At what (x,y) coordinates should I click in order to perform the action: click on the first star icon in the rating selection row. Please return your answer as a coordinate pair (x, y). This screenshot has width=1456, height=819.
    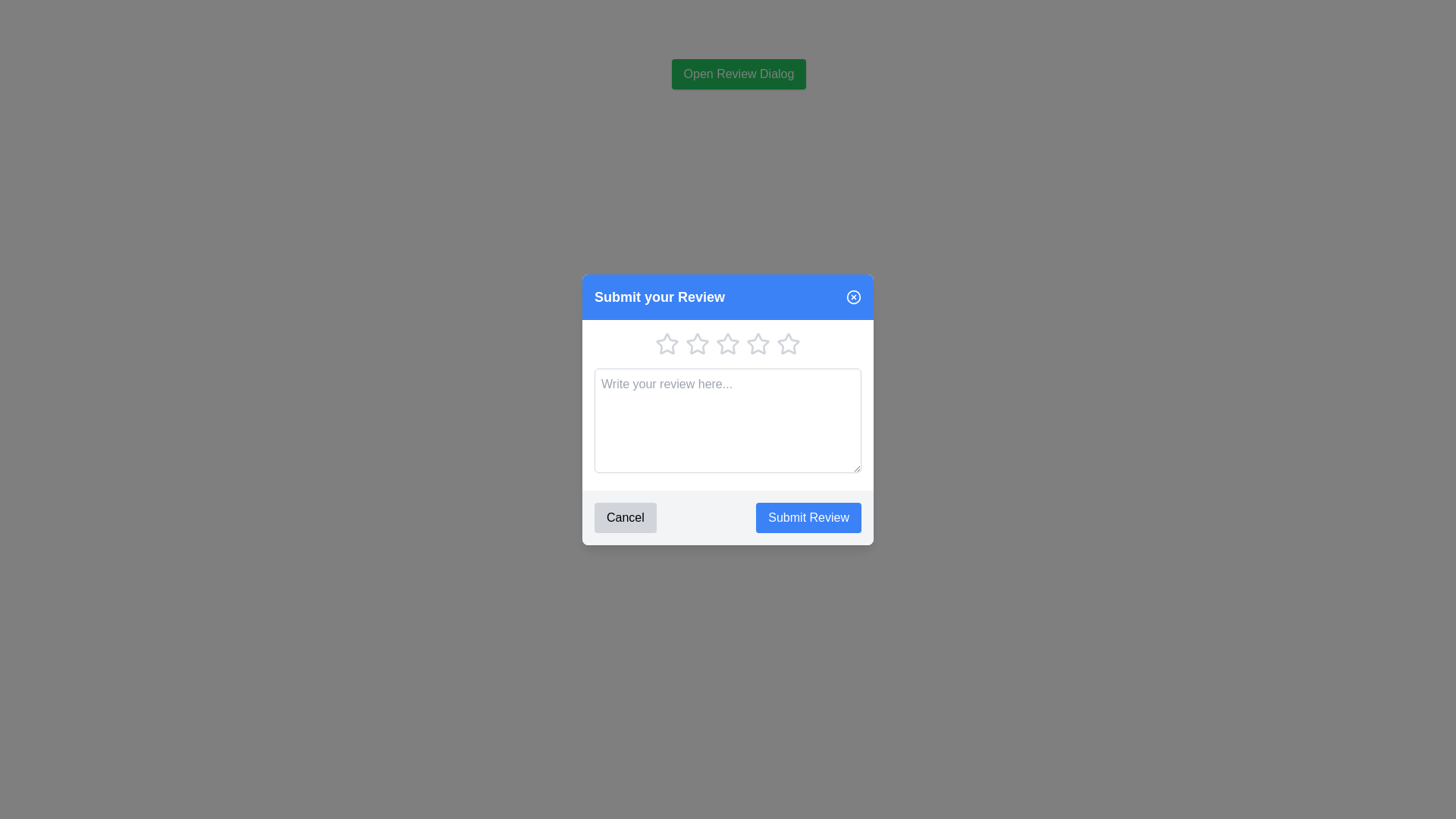
    Looking at the image, I should click on (666, 342).